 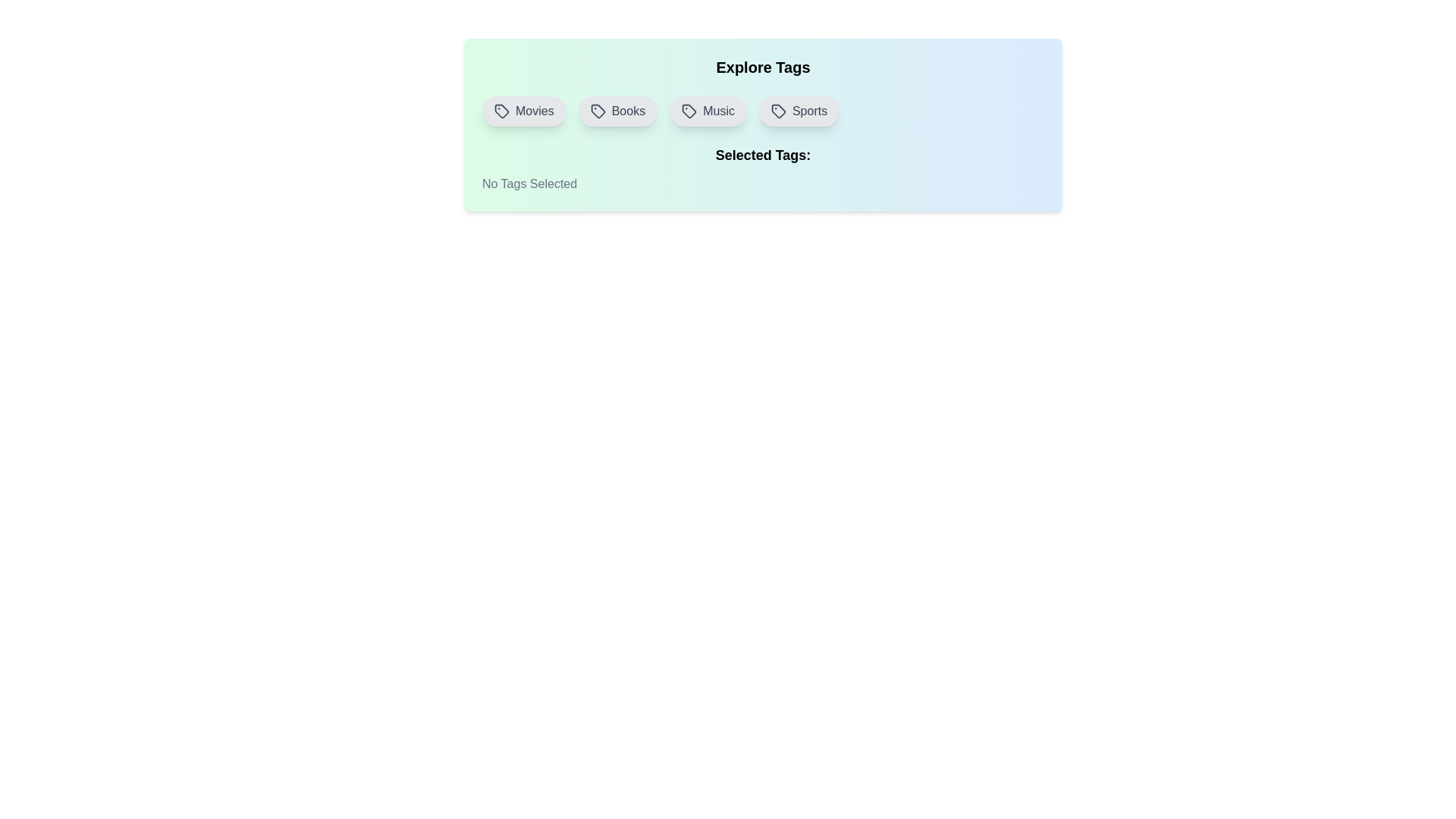 I want to click on the 'Movies' button, which is the first item in a horizontal list of categories and features a price tag icon on the left side of the label, so click(x=524, y=110).